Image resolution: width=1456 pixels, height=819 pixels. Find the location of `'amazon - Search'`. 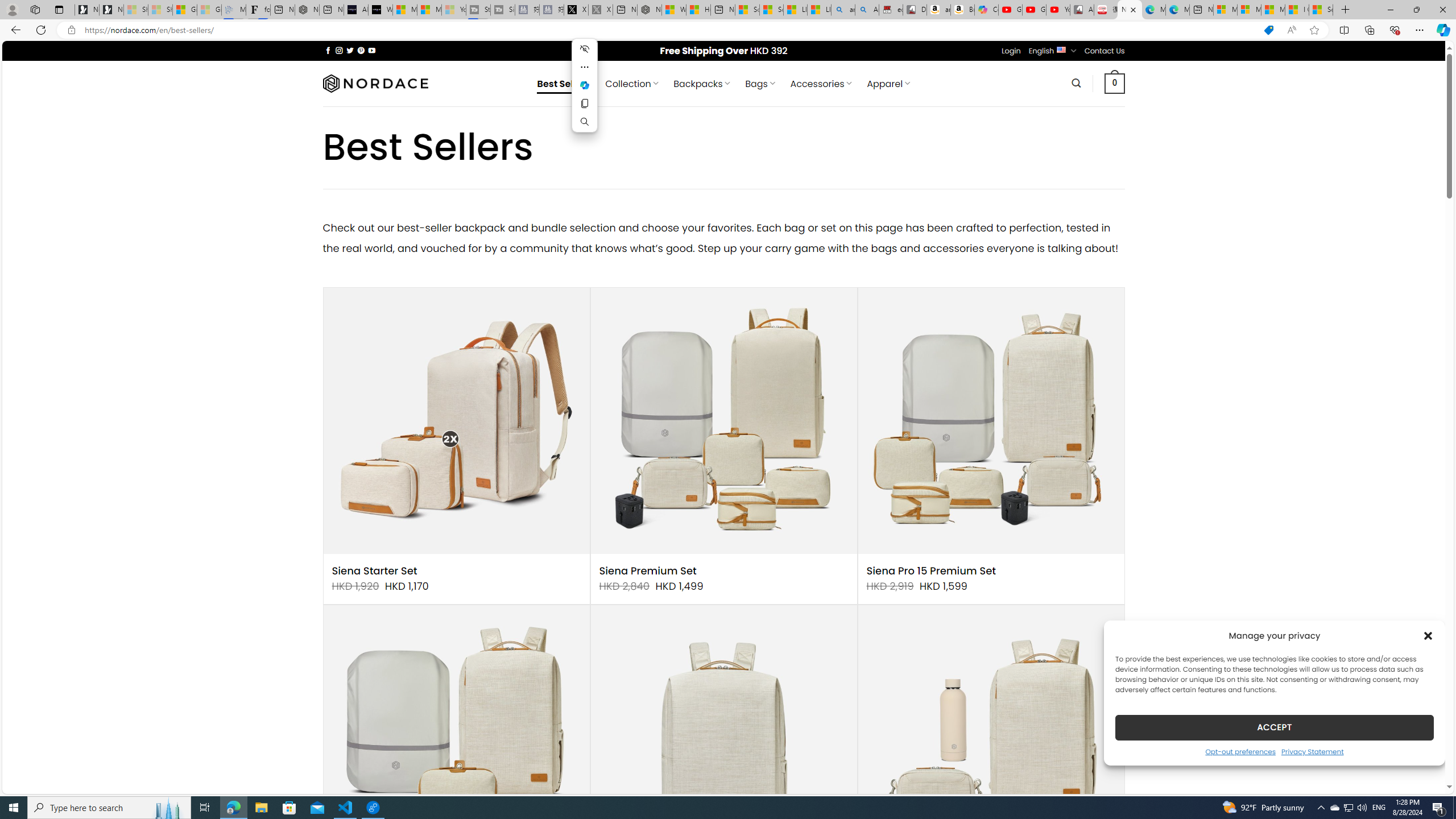

'amazon - Search' is located at coordinates (843, 9).